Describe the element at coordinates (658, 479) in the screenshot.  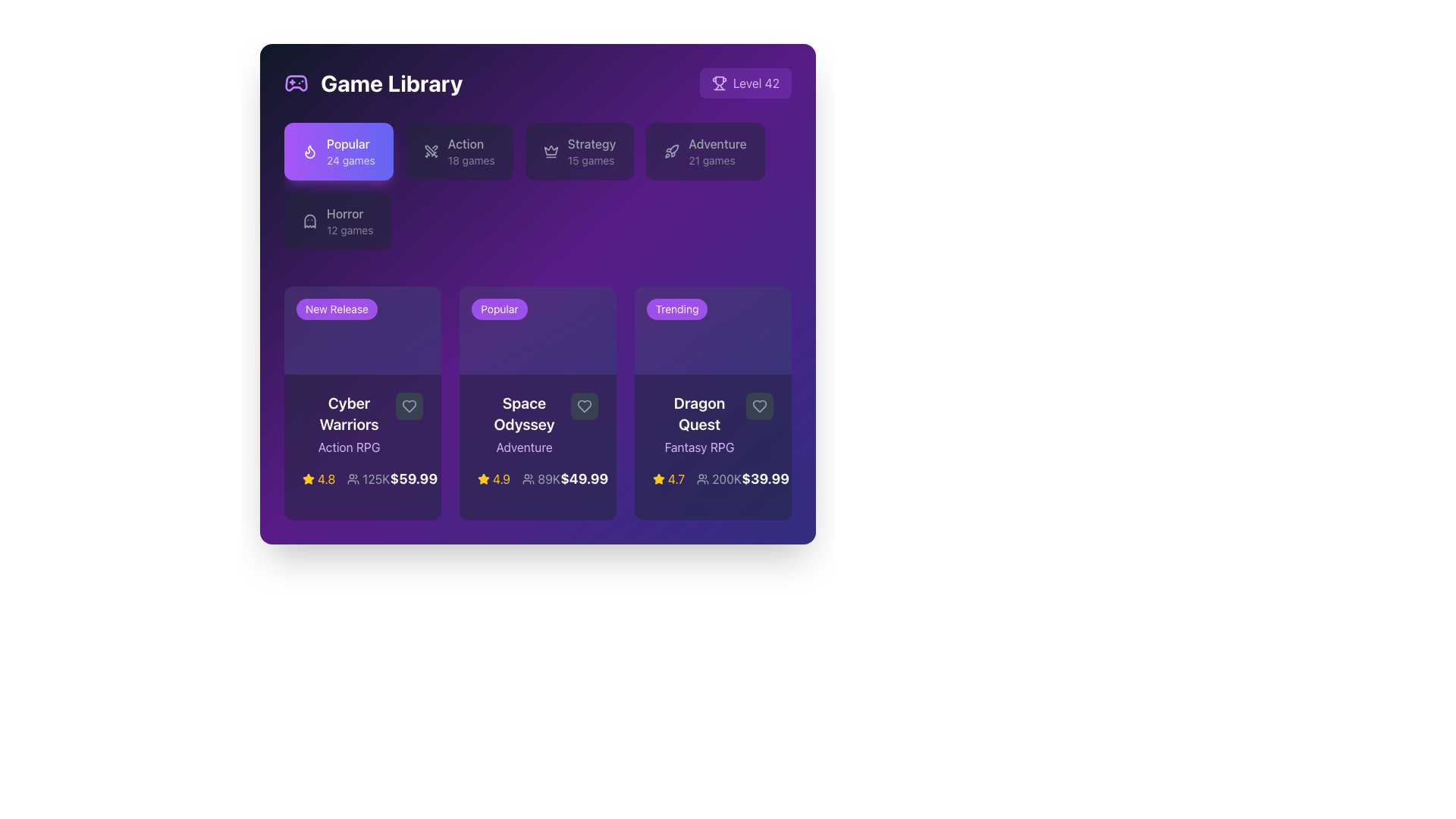
I see `the star icon representing the rating of the 'Dragon Quest' game, located to the left of the rating text '4.7'` at that location.